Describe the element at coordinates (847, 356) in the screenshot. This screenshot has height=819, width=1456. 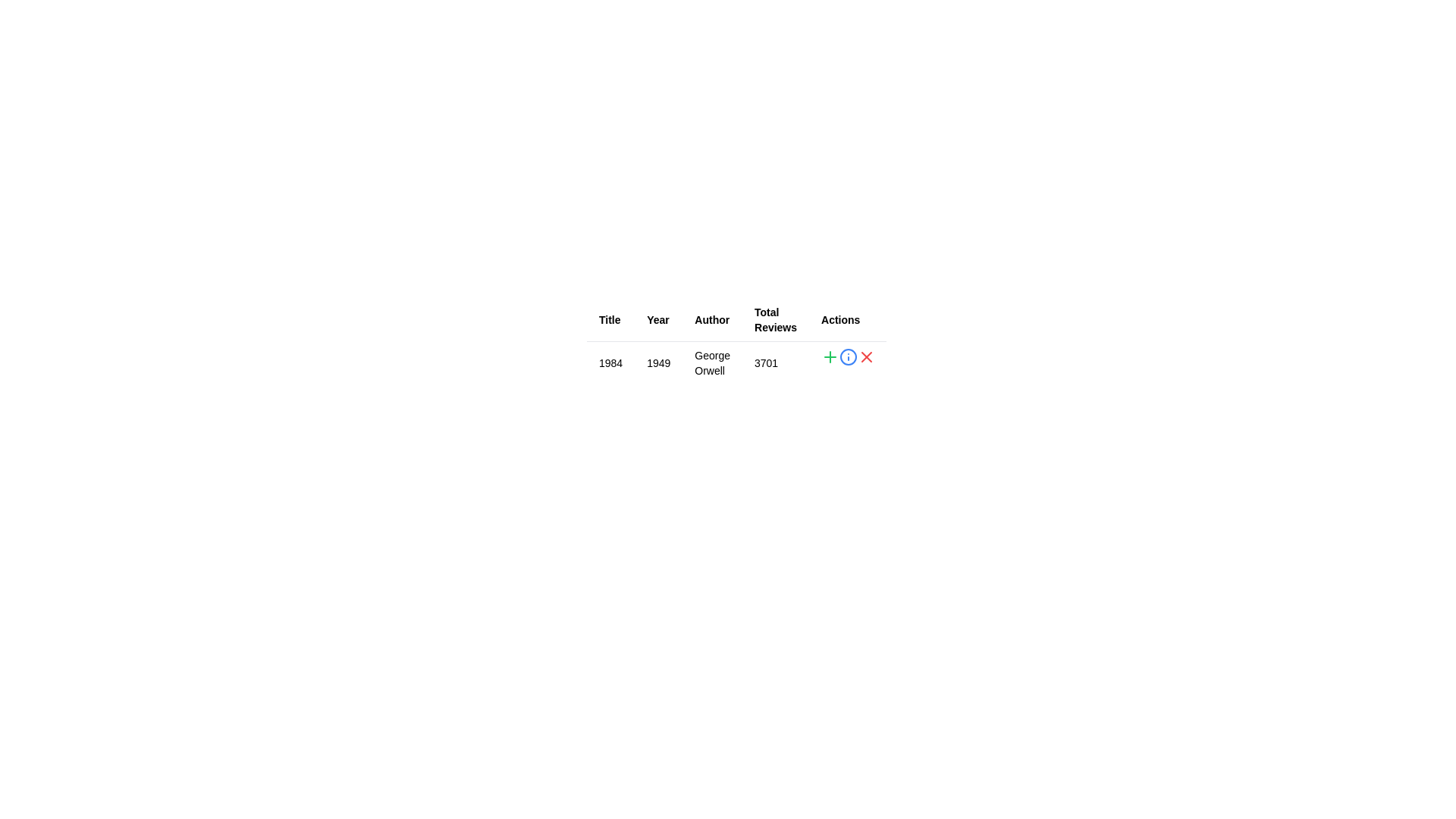
I see `the 'Info' icon located in the 'Actions' column of the data table` at that location.